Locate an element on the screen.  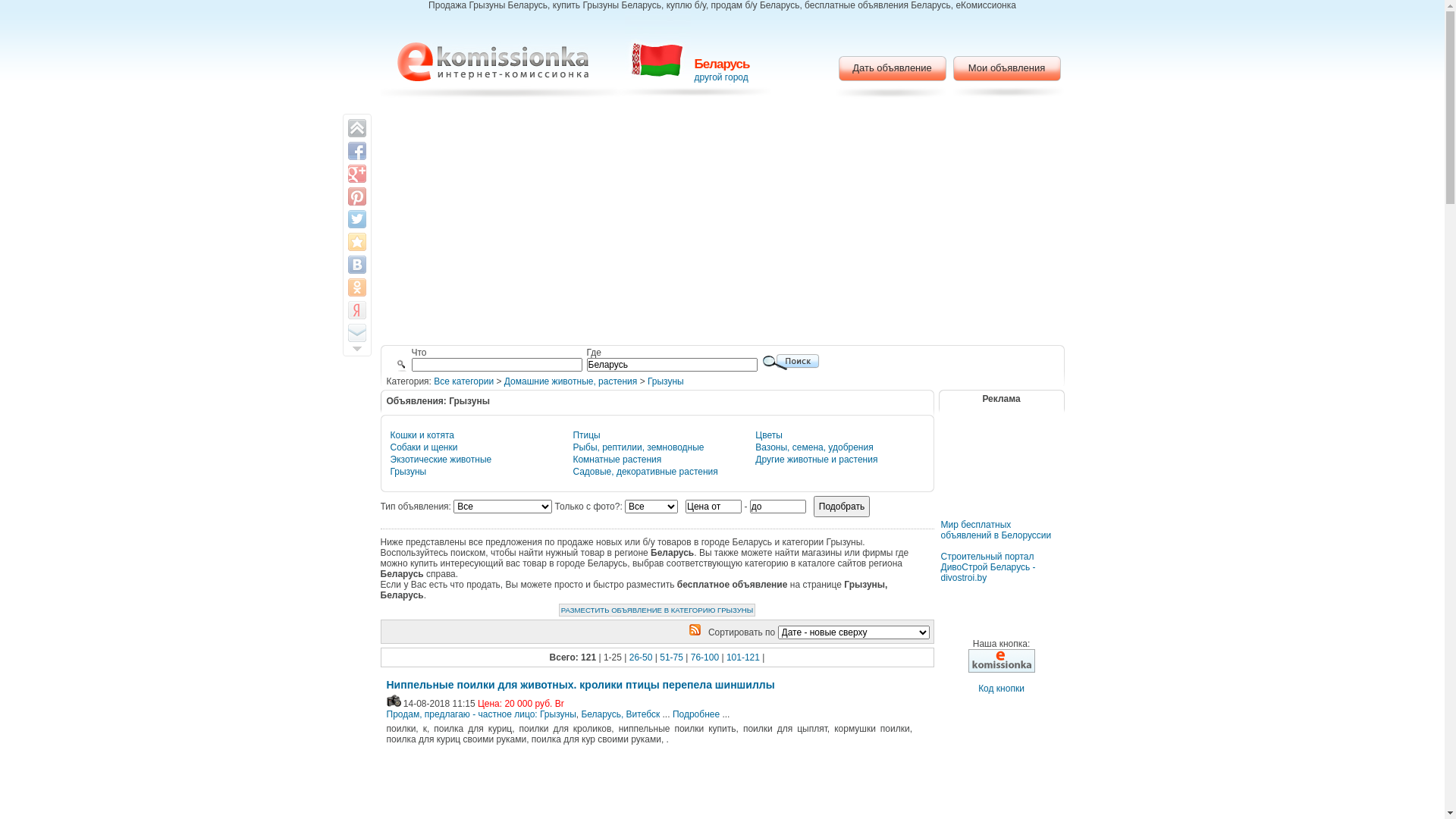
'Back on top' is located at coordinates (356, 127).